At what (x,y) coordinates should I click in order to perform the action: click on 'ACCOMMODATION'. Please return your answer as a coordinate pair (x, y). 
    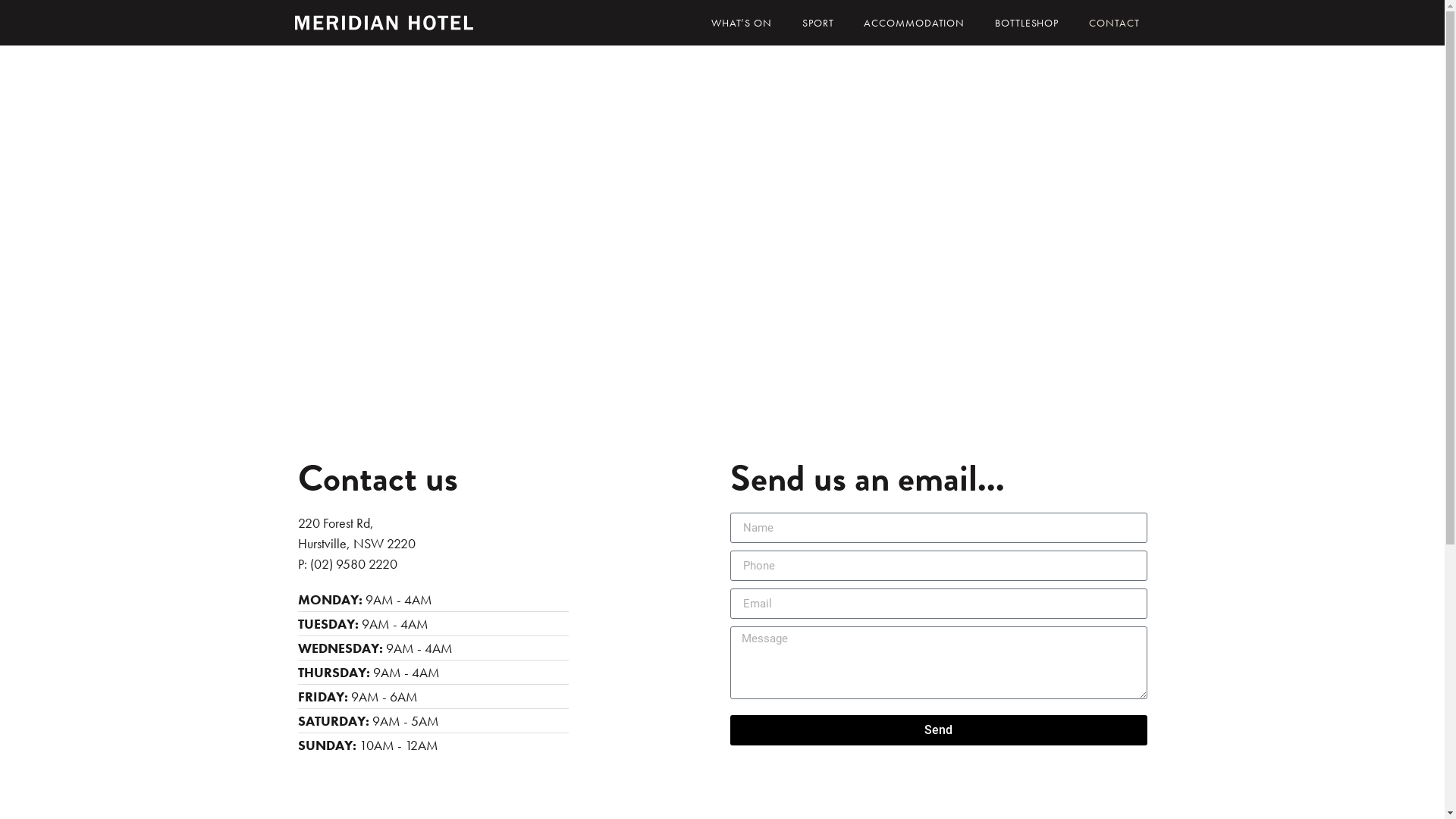
    Looking at the image, I should click on (913, 23).